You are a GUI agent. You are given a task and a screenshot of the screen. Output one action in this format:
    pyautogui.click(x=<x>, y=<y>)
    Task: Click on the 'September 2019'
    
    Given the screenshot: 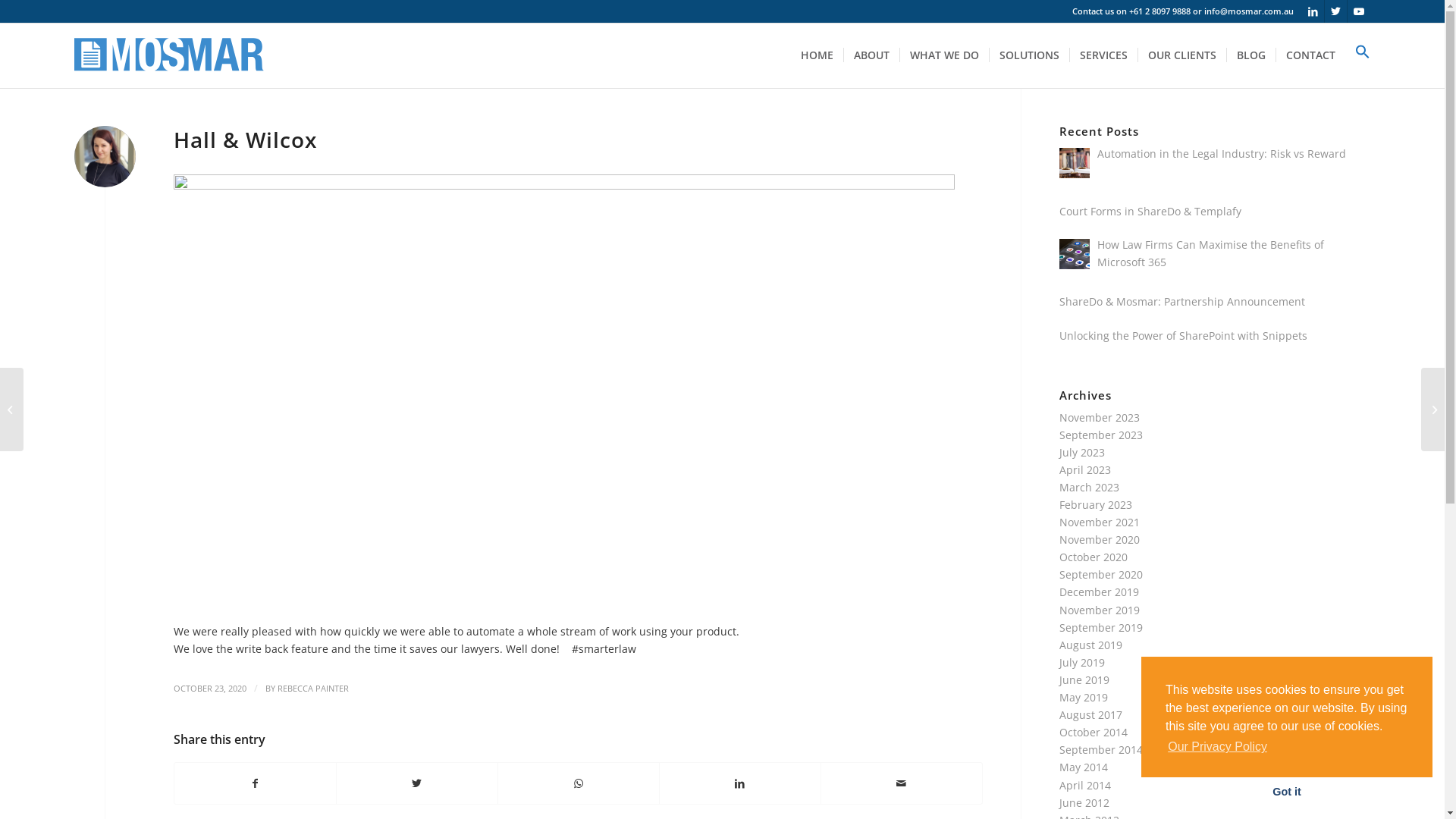 What is the action you would take?
    pyautogui.click(x=1101, y=627)
    